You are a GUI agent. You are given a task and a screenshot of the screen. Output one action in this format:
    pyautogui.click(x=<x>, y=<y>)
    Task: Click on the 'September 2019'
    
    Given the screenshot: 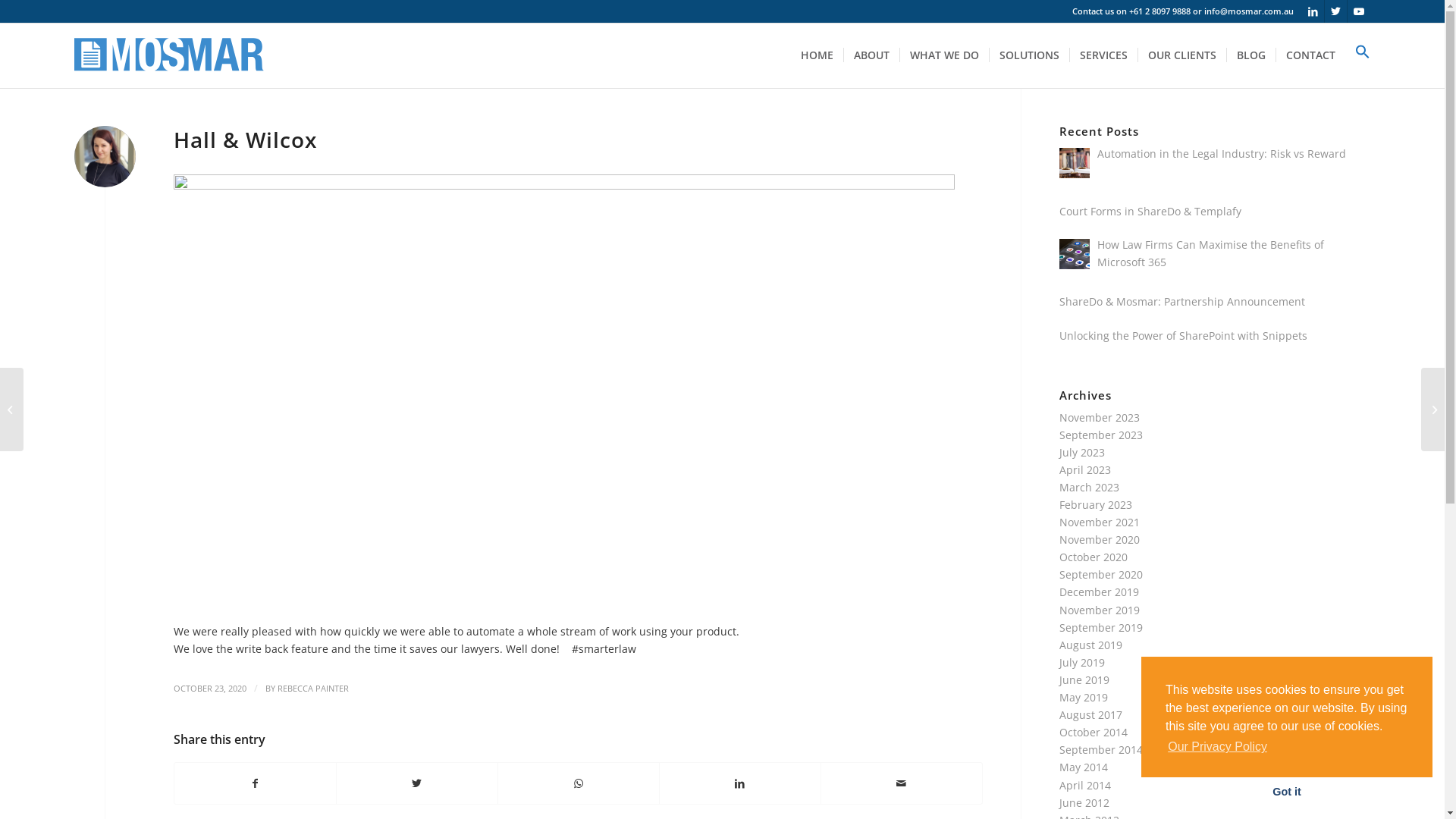 What is the action you would take?
    pyautogui.click(x=1101, y=627)
    